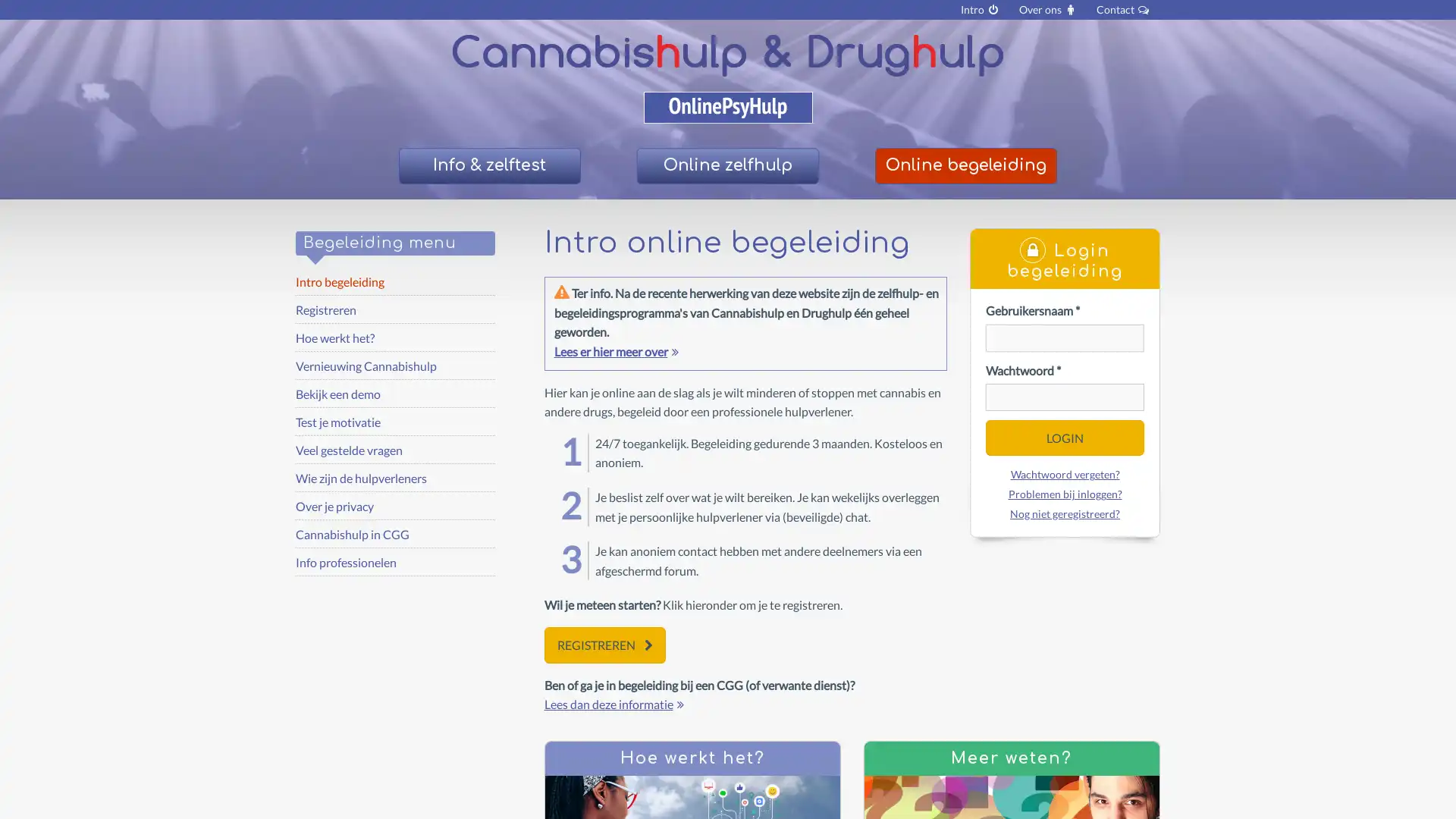  What do you see at coordinates (964, 166) in the screenshot?
I see `Online begeleiding` at bounding box center [964, 166].